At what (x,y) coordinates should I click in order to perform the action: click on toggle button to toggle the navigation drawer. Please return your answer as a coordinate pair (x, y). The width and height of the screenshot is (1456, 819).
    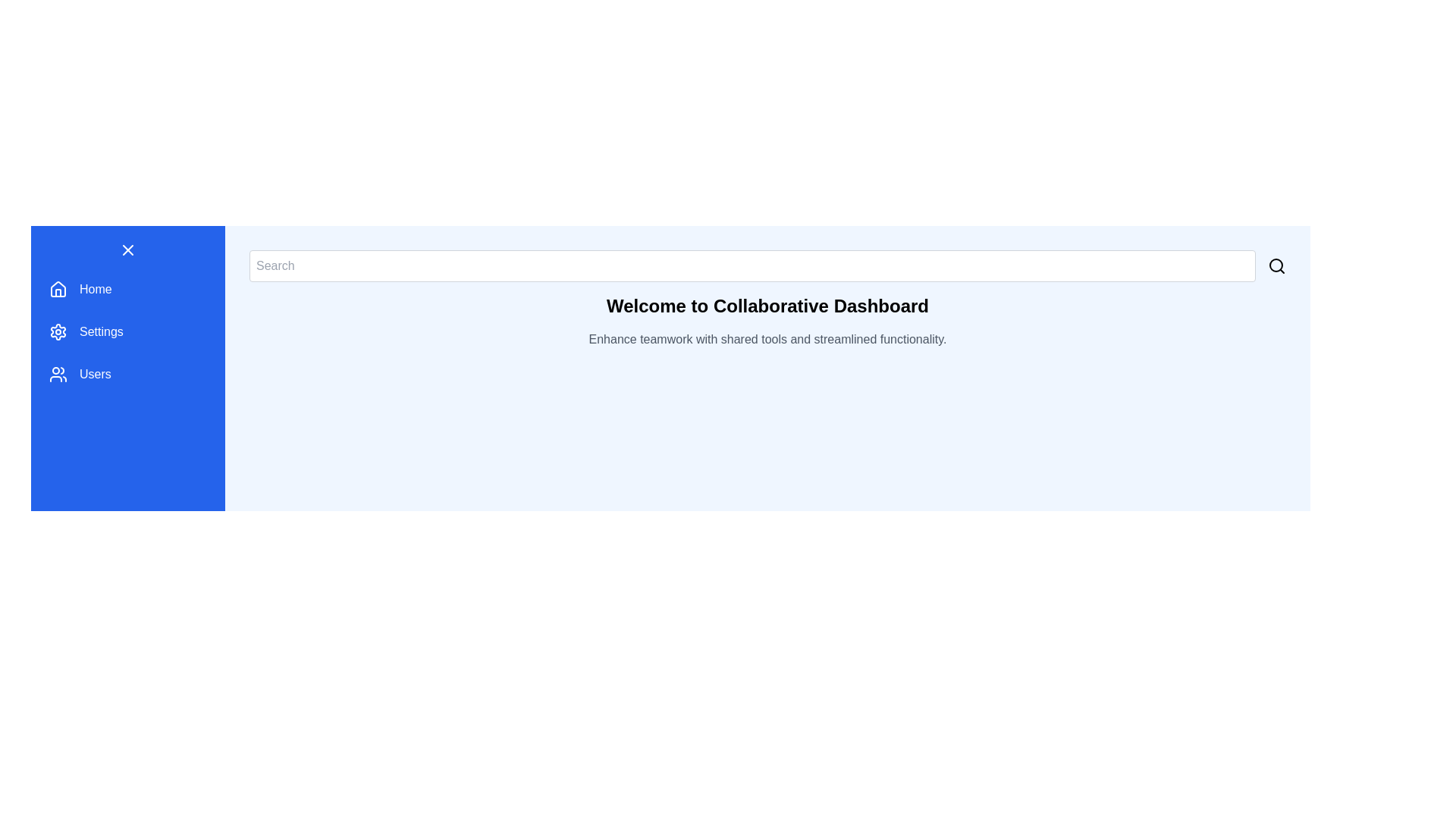
    Looking at the image, I should click on (127, 249).